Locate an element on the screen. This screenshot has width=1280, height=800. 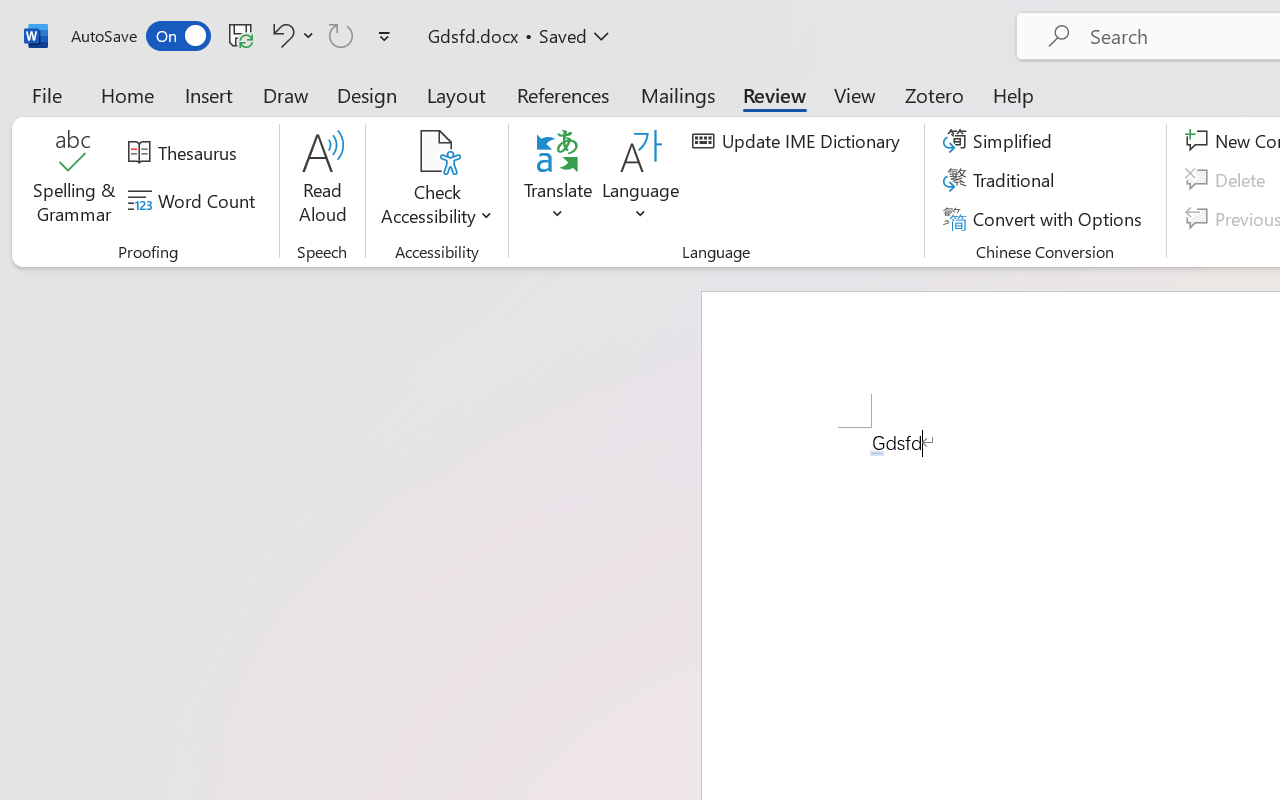
'Delete' is located at coordinates (1227, 179).